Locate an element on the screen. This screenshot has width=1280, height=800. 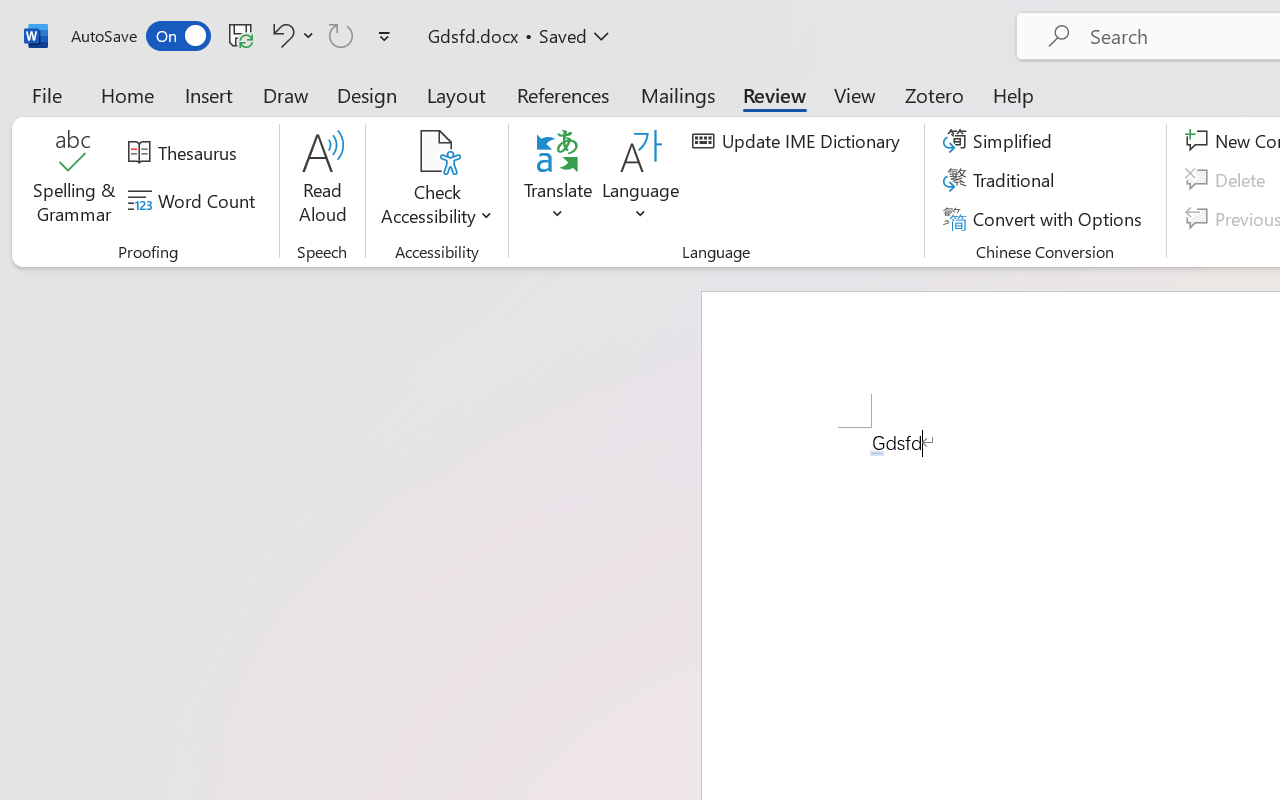
'Delete' is located at coordinates (1227, 179).